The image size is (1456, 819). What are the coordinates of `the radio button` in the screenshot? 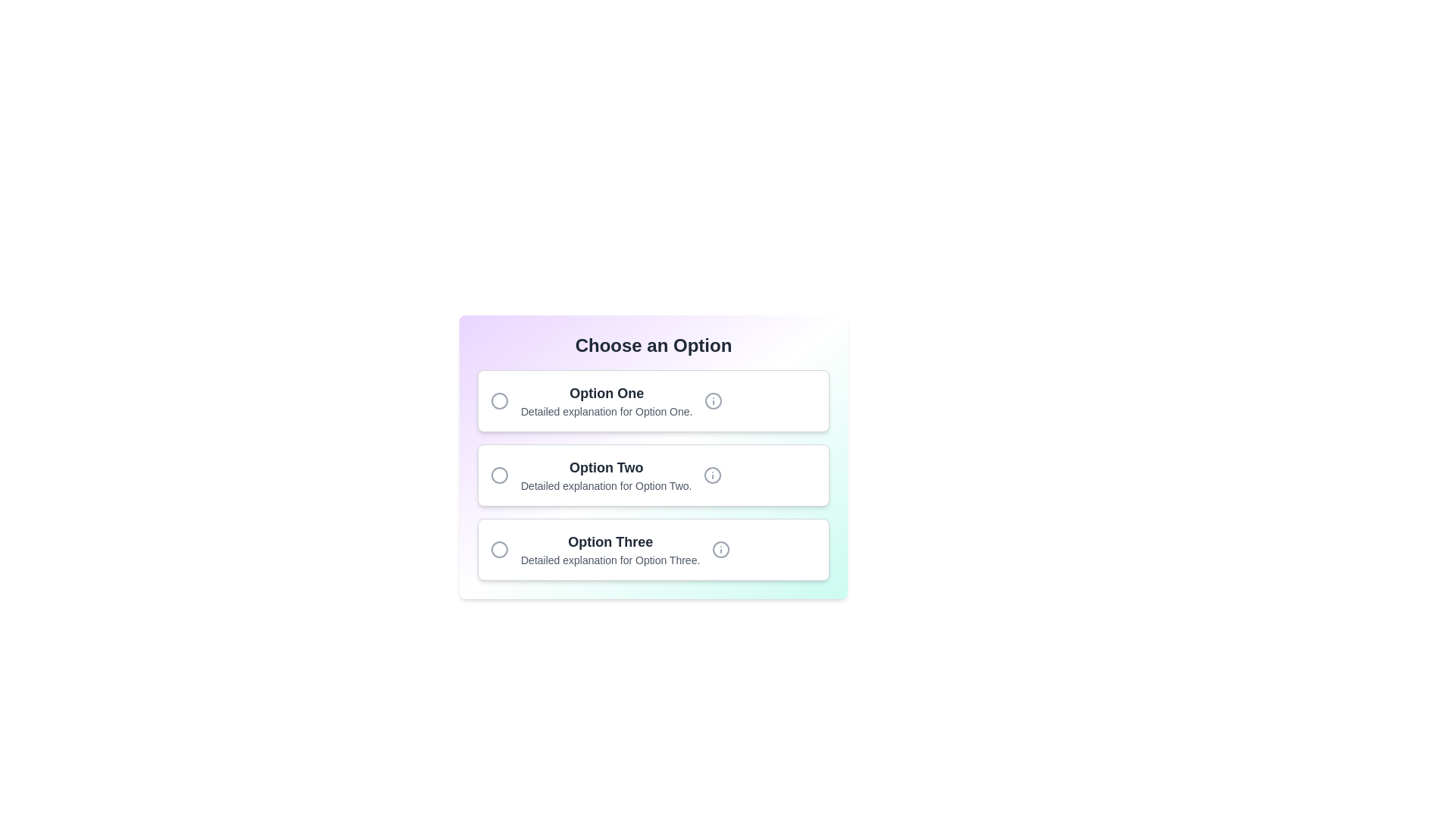 It's located at (654, 550).